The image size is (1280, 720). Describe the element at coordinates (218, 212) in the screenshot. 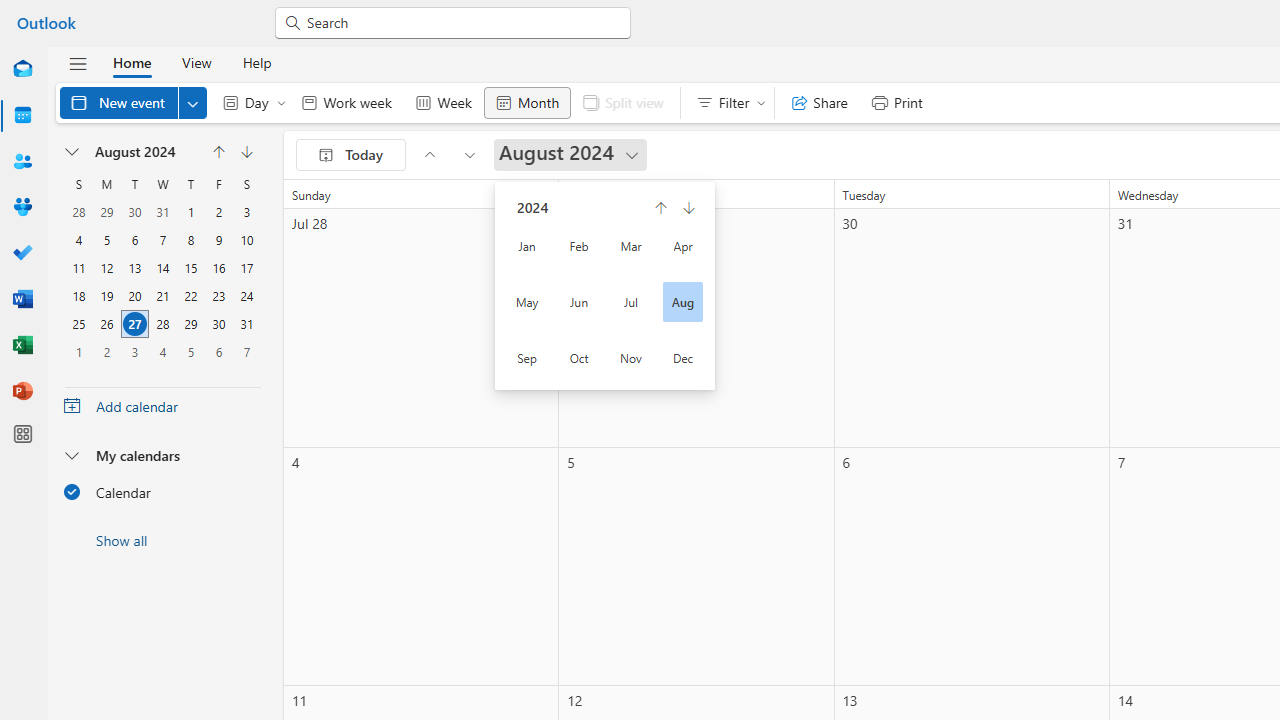

I see `'2, August, 2024'` at that location.